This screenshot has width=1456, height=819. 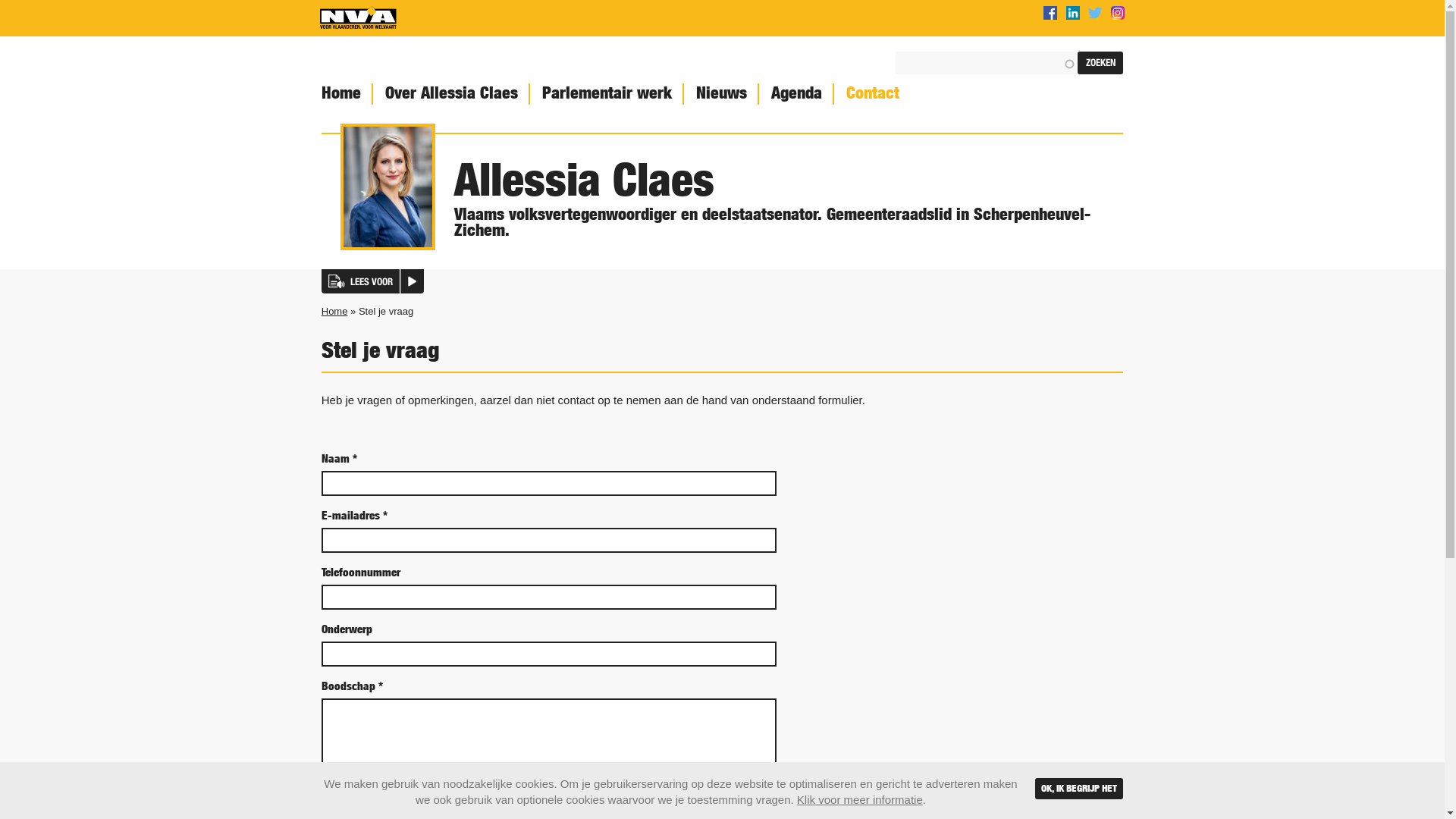 What do you see at coordinates (604, 93) in the screenshot?
I see `'Parlementair werk'` at bounding box center [604, 93].